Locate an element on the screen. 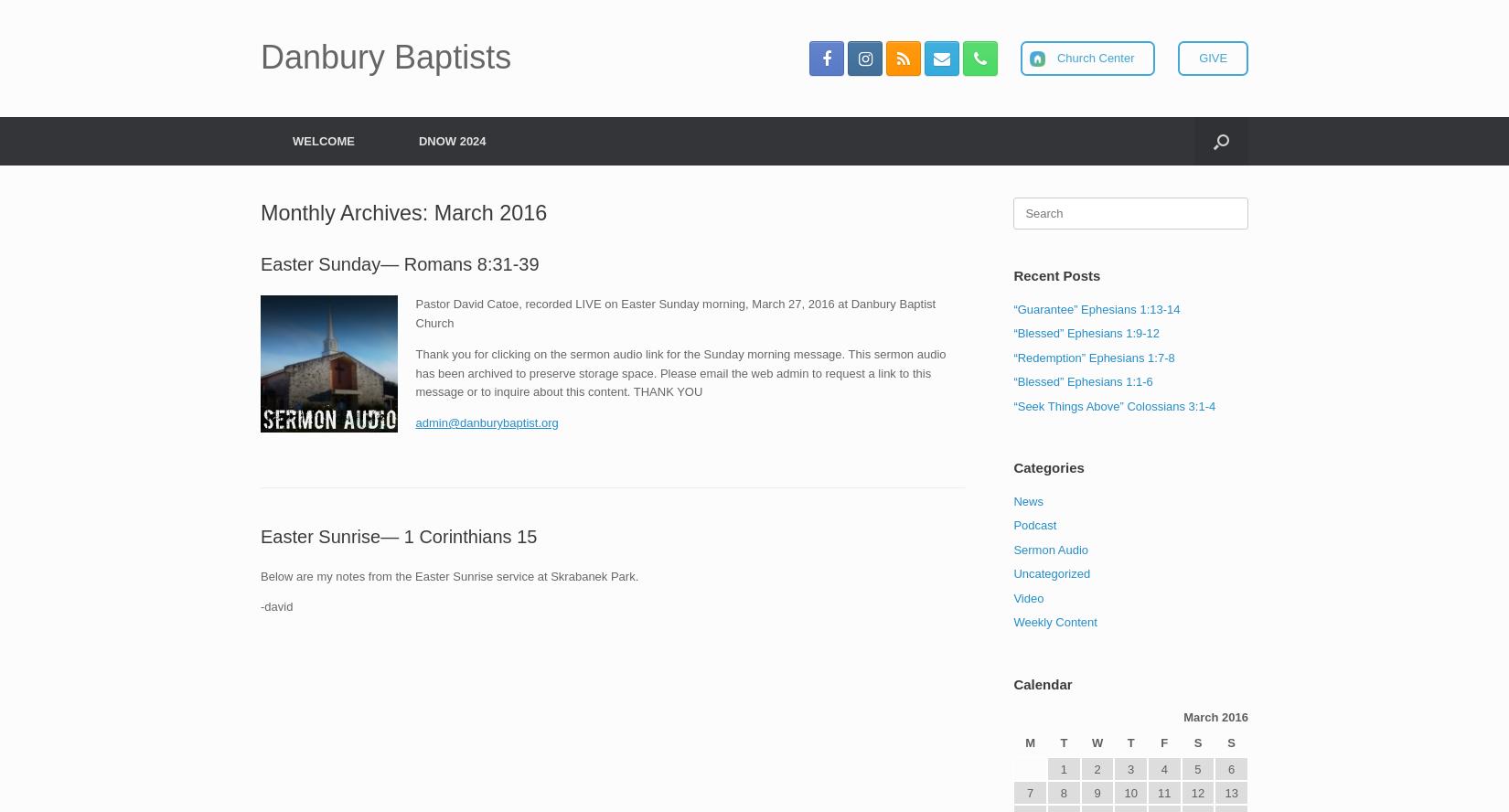  'Sunday School' is located at coordinates (503, 302).